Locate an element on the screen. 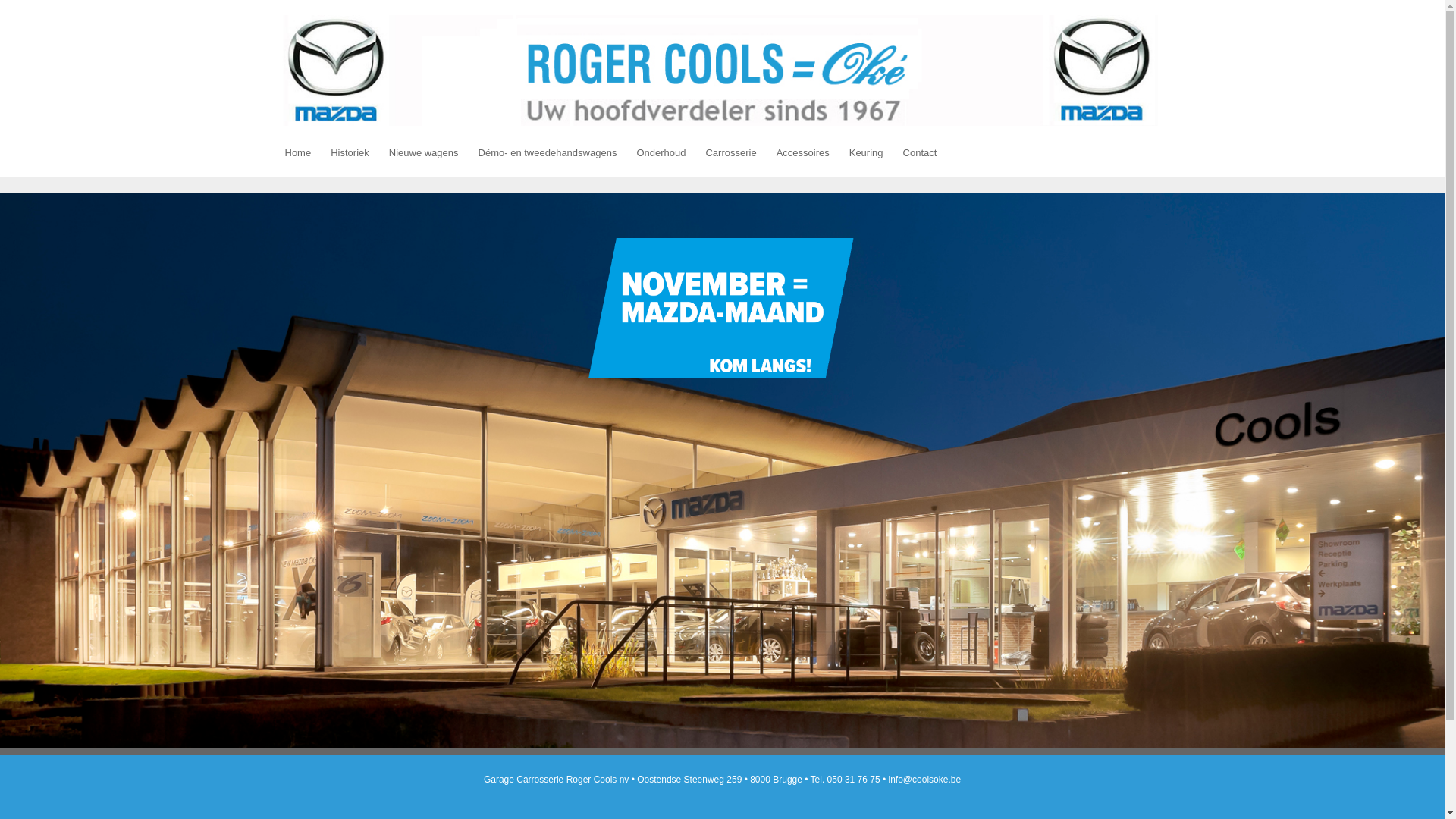  'Onderhoud' is located at coordinates (661, 153).